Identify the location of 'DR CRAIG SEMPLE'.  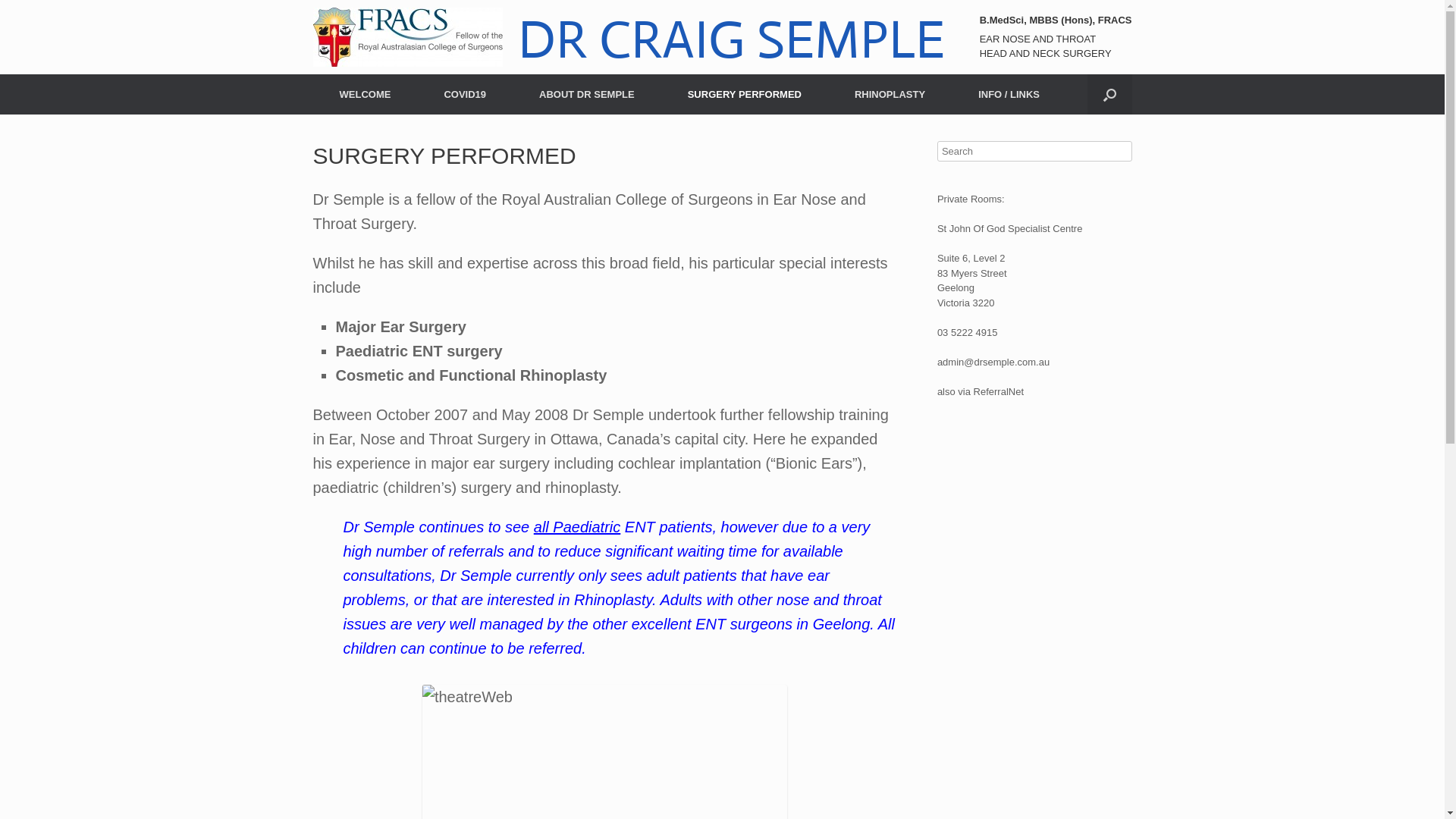
(628, 36).